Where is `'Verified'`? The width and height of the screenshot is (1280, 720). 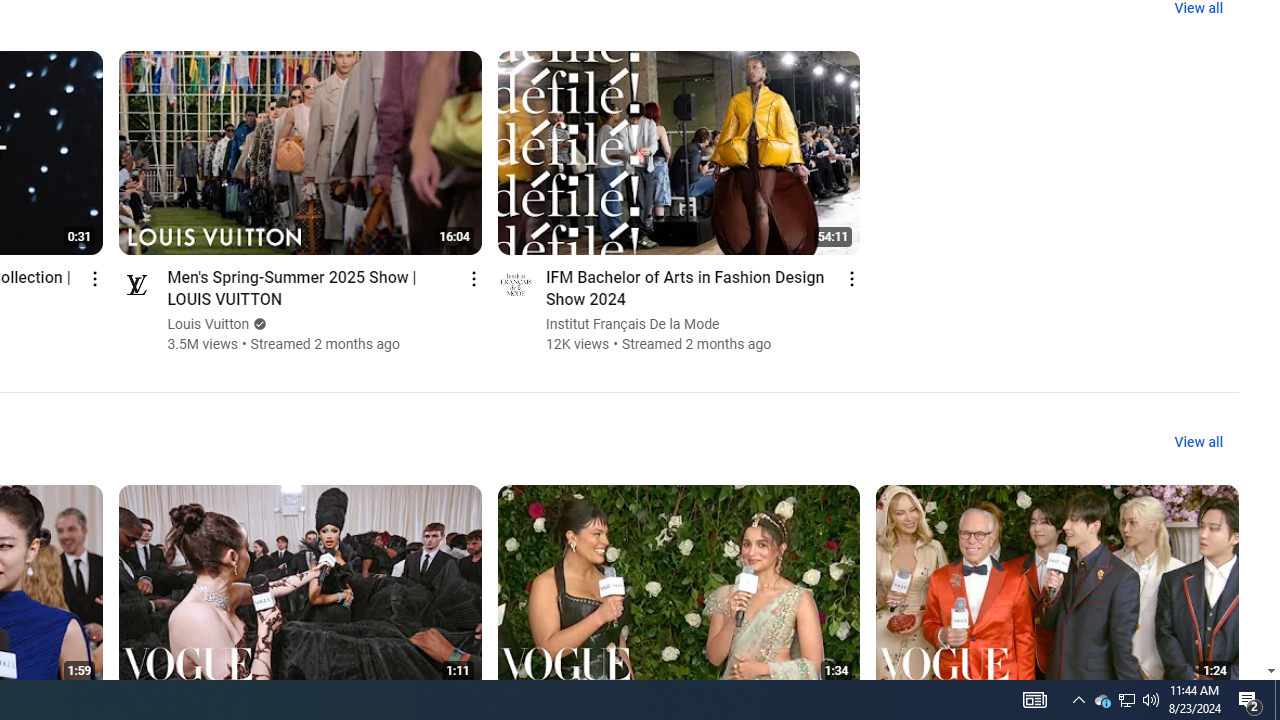 'Verified' is located at coordinates (257, 323).